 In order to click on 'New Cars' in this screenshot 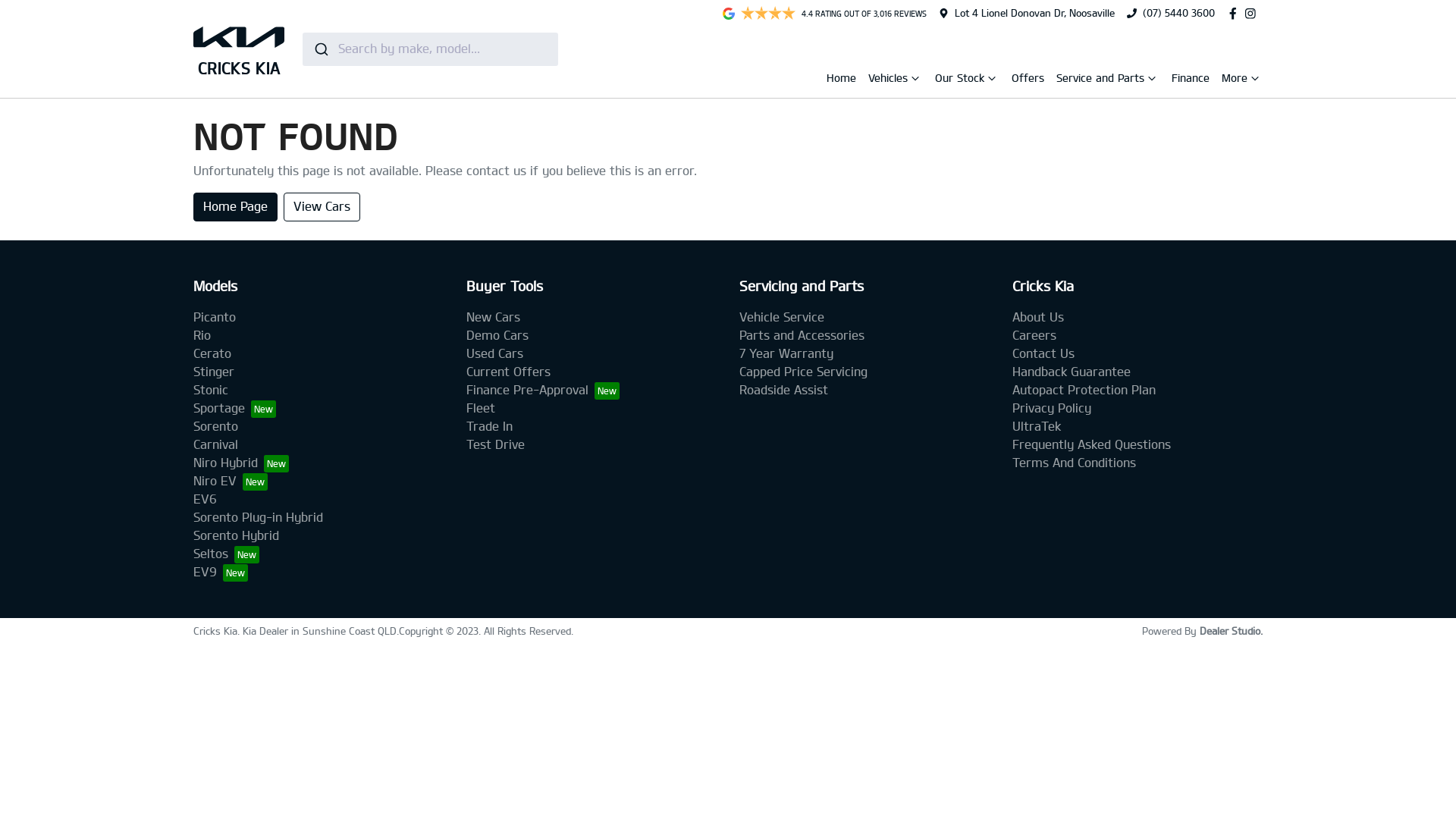, I will do `click(493, 316)`.